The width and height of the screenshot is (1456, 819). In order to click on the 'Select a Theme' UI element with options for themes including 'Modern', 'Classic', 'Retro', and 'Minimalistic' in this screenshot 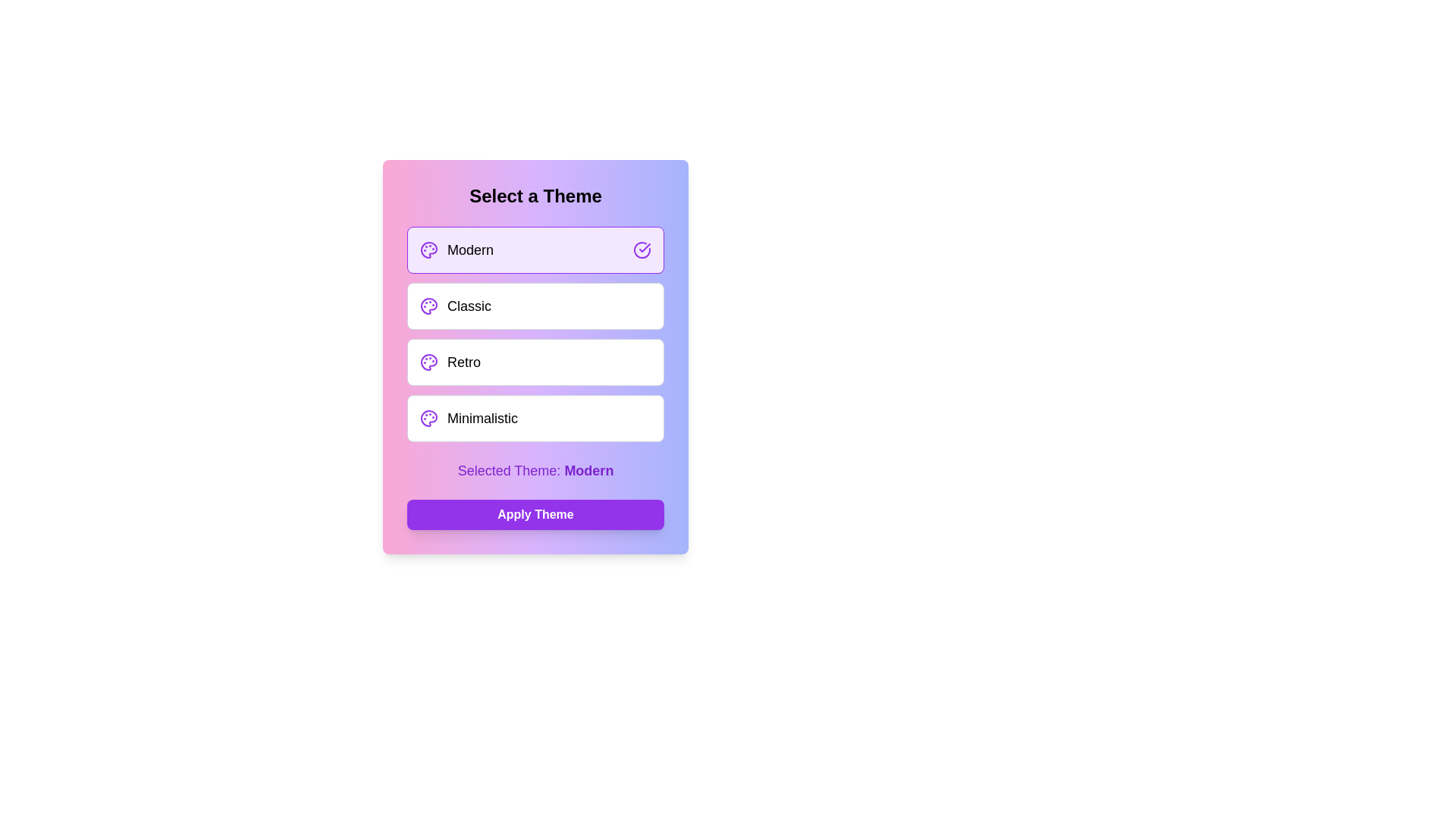, I will do `click(535, 356)`.